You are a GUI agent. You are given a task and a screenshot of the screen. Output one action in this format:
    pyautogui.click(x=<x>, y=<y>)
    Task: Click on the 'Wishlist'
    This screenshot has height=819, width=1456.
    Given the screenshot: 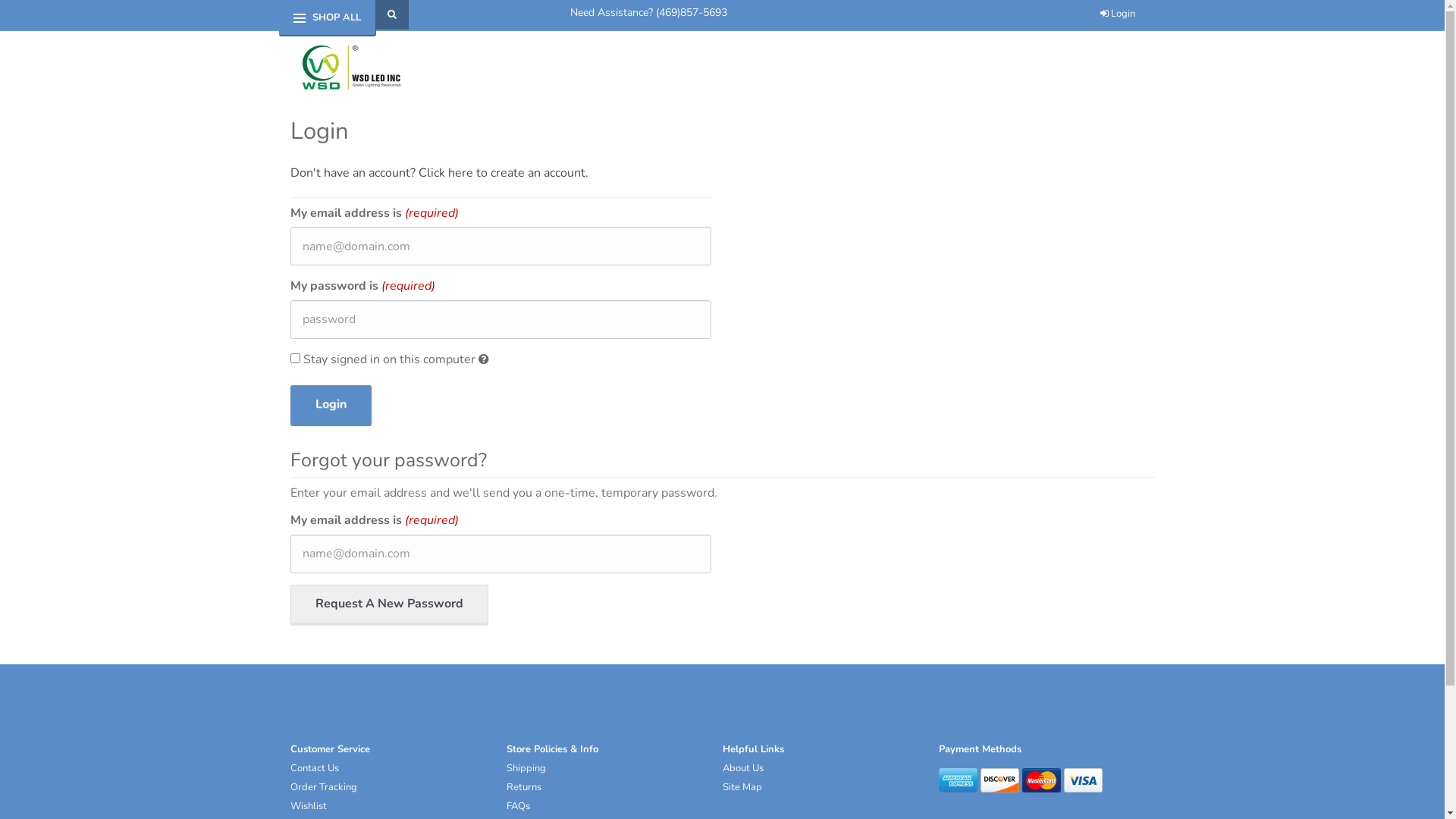 What is the action you would take?
    pyautogui.click(x=307, y=805)
    